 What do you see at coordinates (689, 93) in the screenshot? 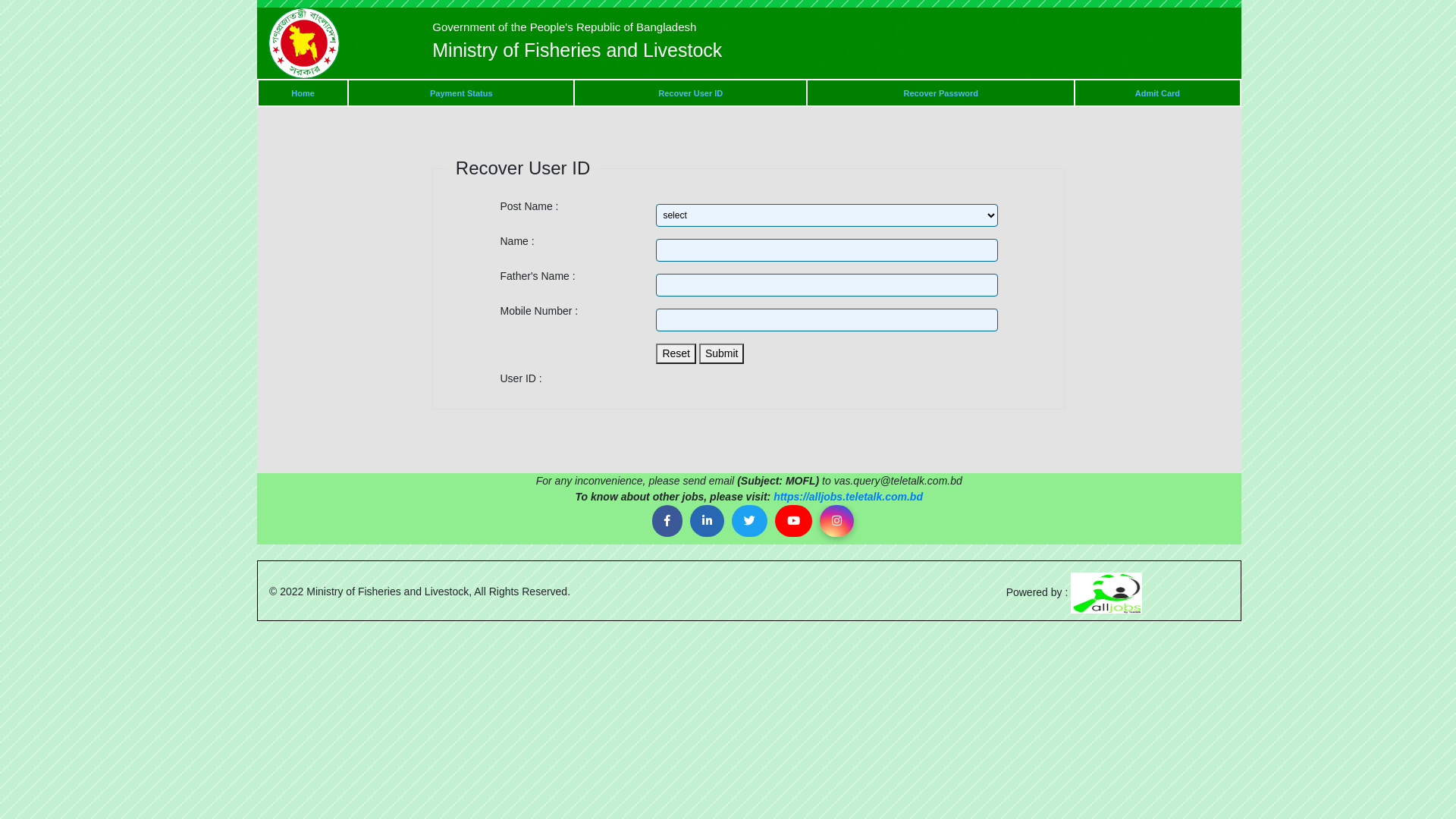
I see `'Recover User ID'` at bounding box center [689, 93].